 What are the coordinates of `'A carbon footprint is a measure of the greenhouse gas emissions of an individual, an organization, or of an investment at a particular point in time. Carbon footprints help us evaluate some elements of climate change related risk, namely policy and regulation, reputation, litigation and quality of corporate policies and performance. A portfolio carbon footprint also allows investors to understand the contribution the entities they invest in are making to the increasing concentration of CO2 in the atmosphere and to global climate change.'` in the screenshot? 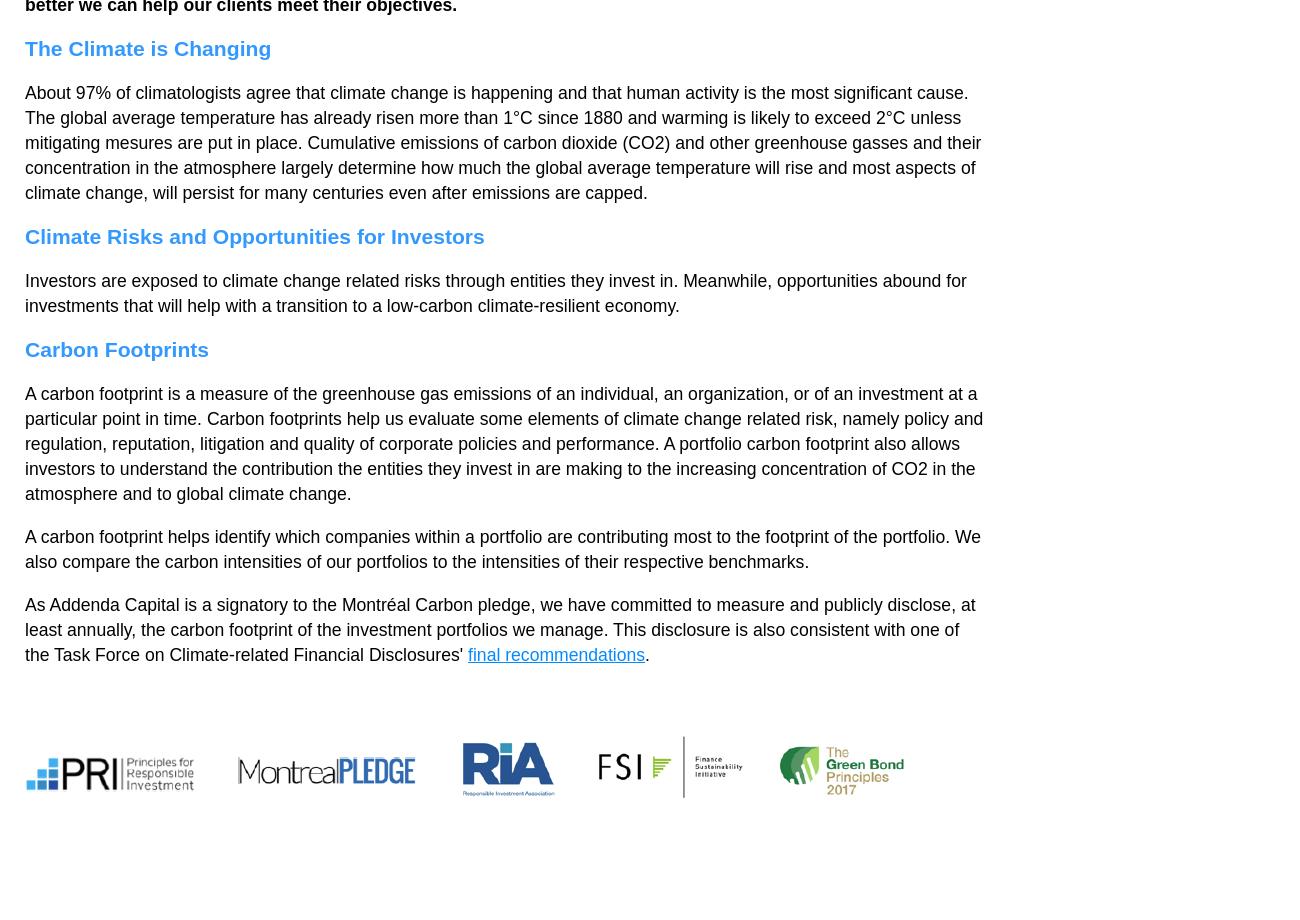 It's located at (504, 442).